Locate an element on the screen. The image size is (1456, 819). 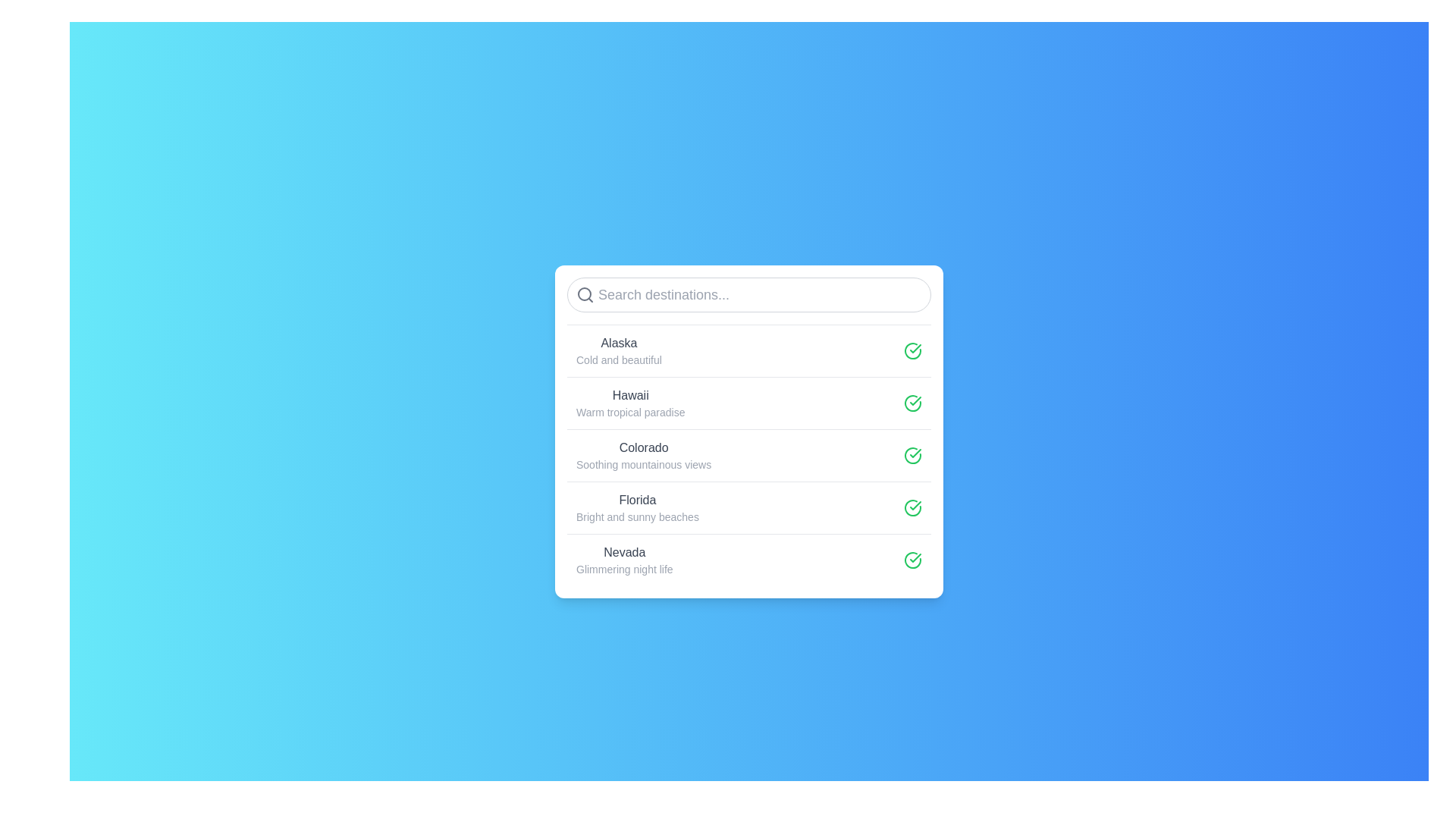
the text label that serves as a descriptive subtitle for the main label 'Nevada', located below it in the scrollable list is located at coordinates (624, 569).